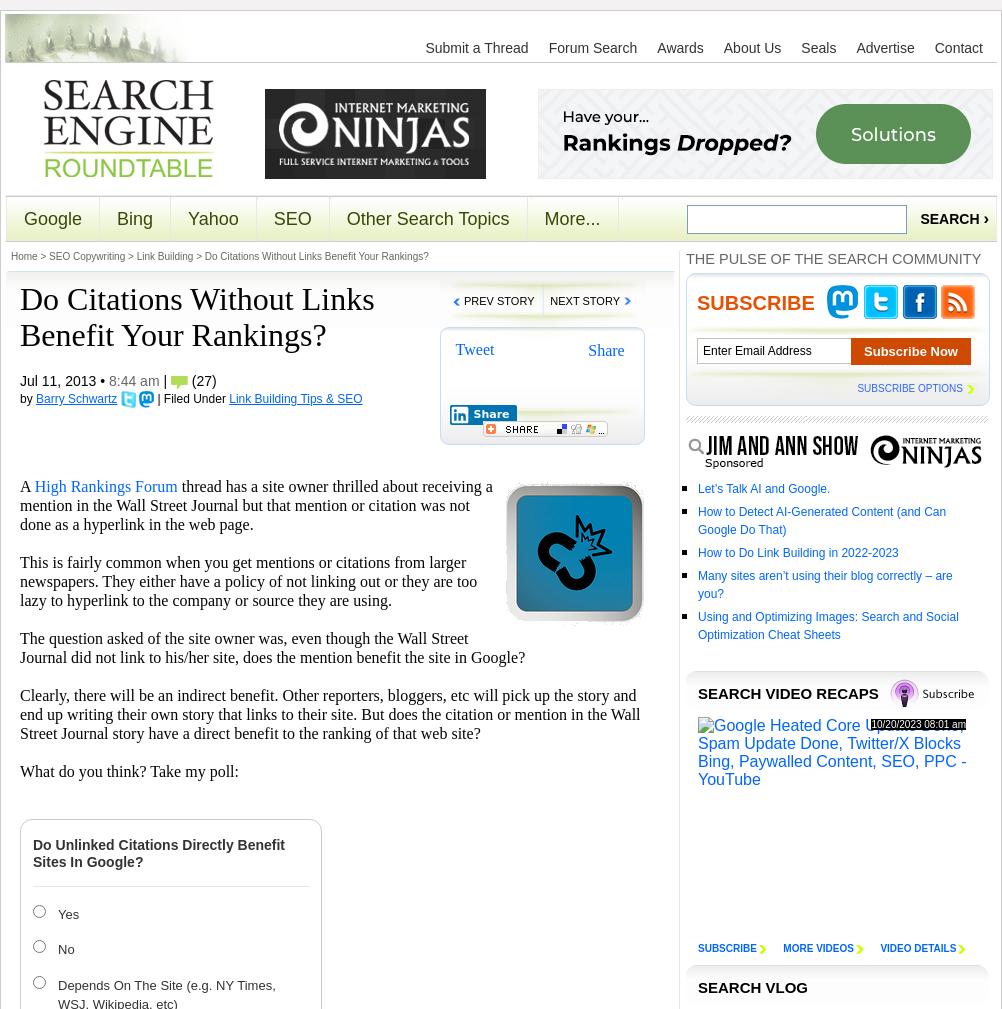 Image resolution: width=1002 pixels, height=1009 pixels. I want to click on 'More videos', so click(817, 948).